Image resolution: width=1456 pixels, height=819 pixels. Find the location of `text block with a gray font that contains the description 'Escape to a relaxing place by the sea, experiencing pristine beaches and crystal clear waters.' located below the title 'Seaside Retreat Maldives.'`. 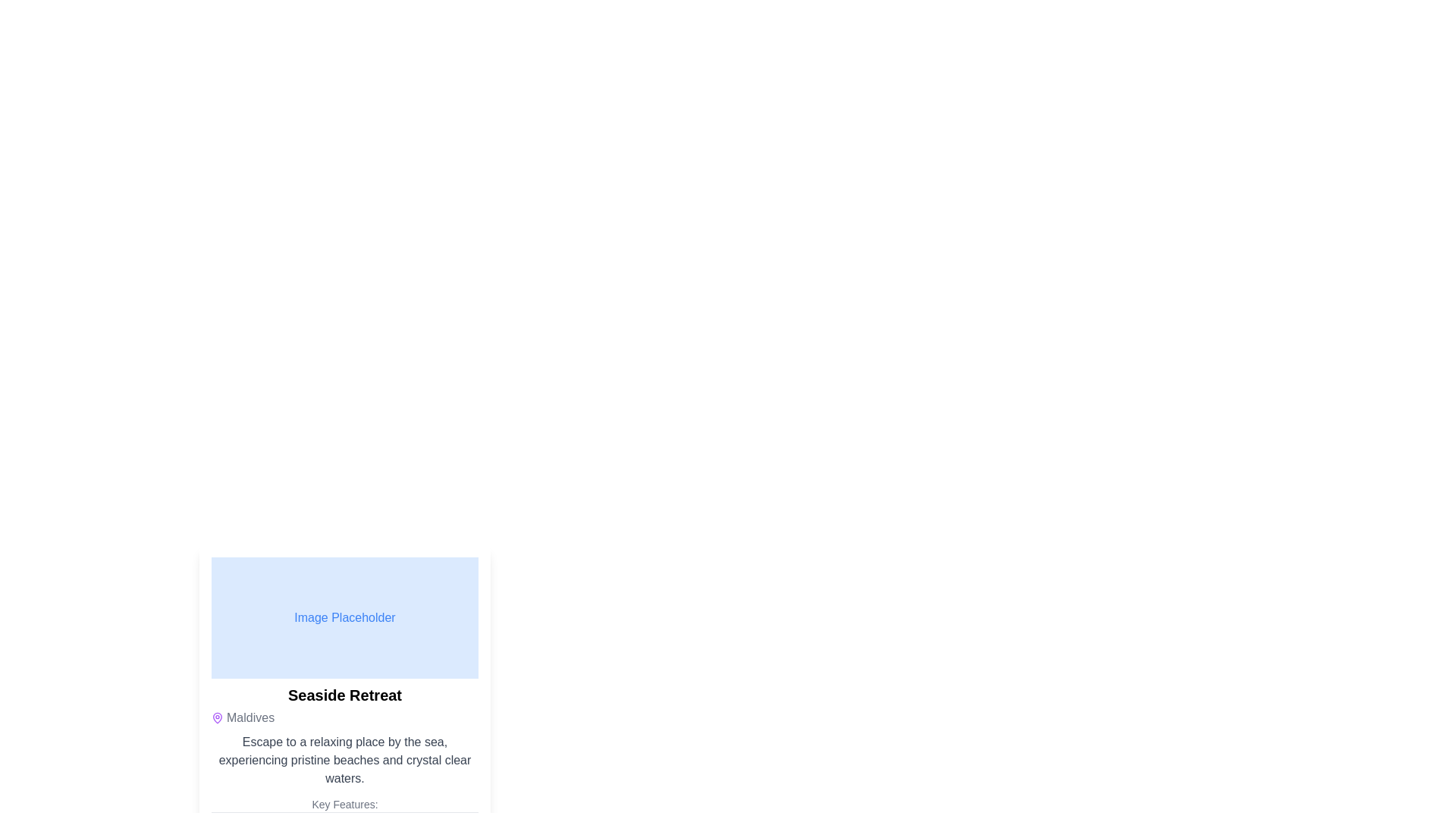

text block with a gray font that contains the description 'Escape to a relaxing place by the sea, experiencing pristine beaches and crystal clear waters.' located below the title 'Seaside Retreat Maldives.' is located at coordinates (344, 760).